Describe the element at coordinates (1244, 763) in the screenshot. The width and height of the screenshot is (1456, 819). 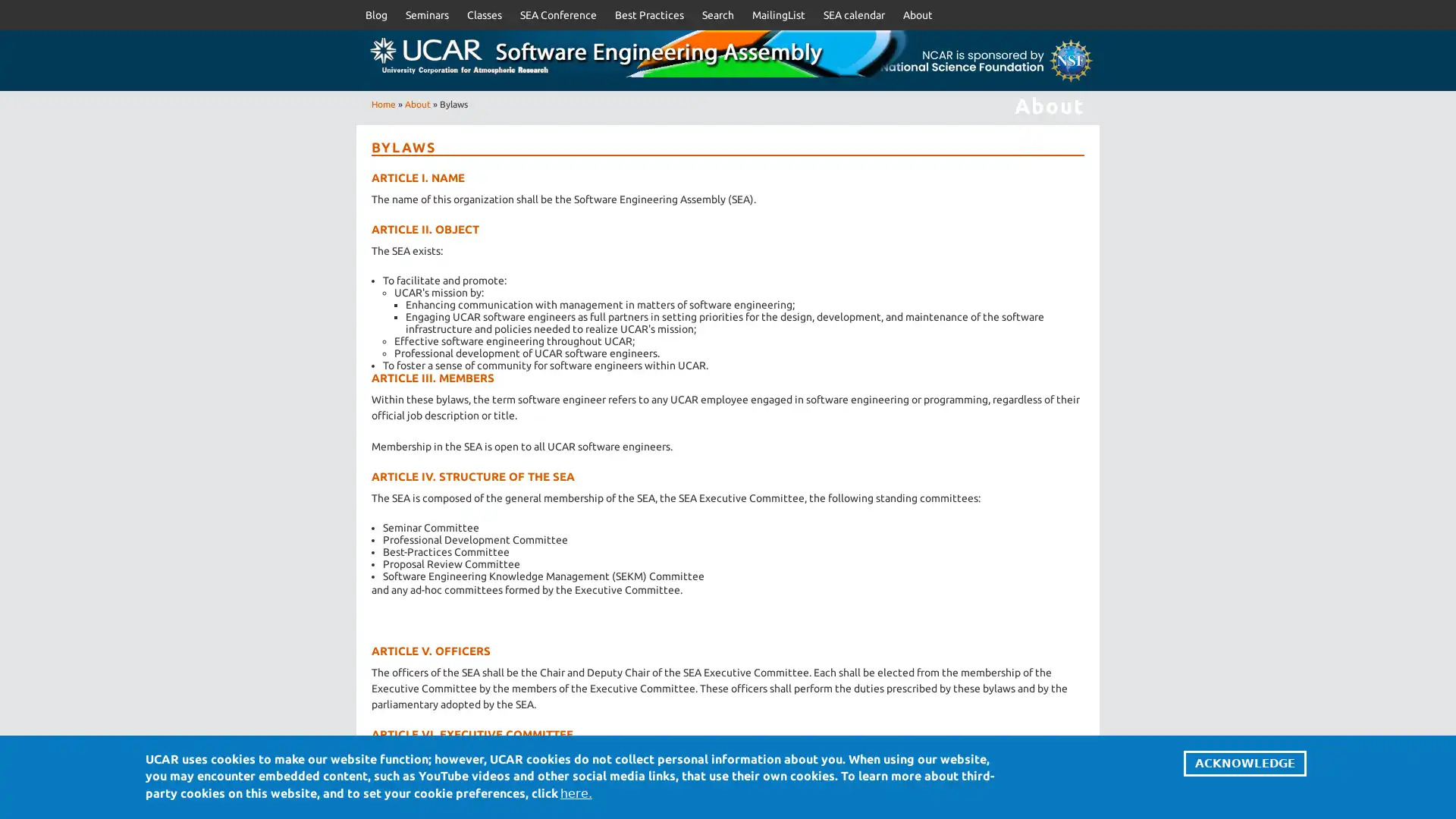
I see `ACKNOWLEDGE` at that location.